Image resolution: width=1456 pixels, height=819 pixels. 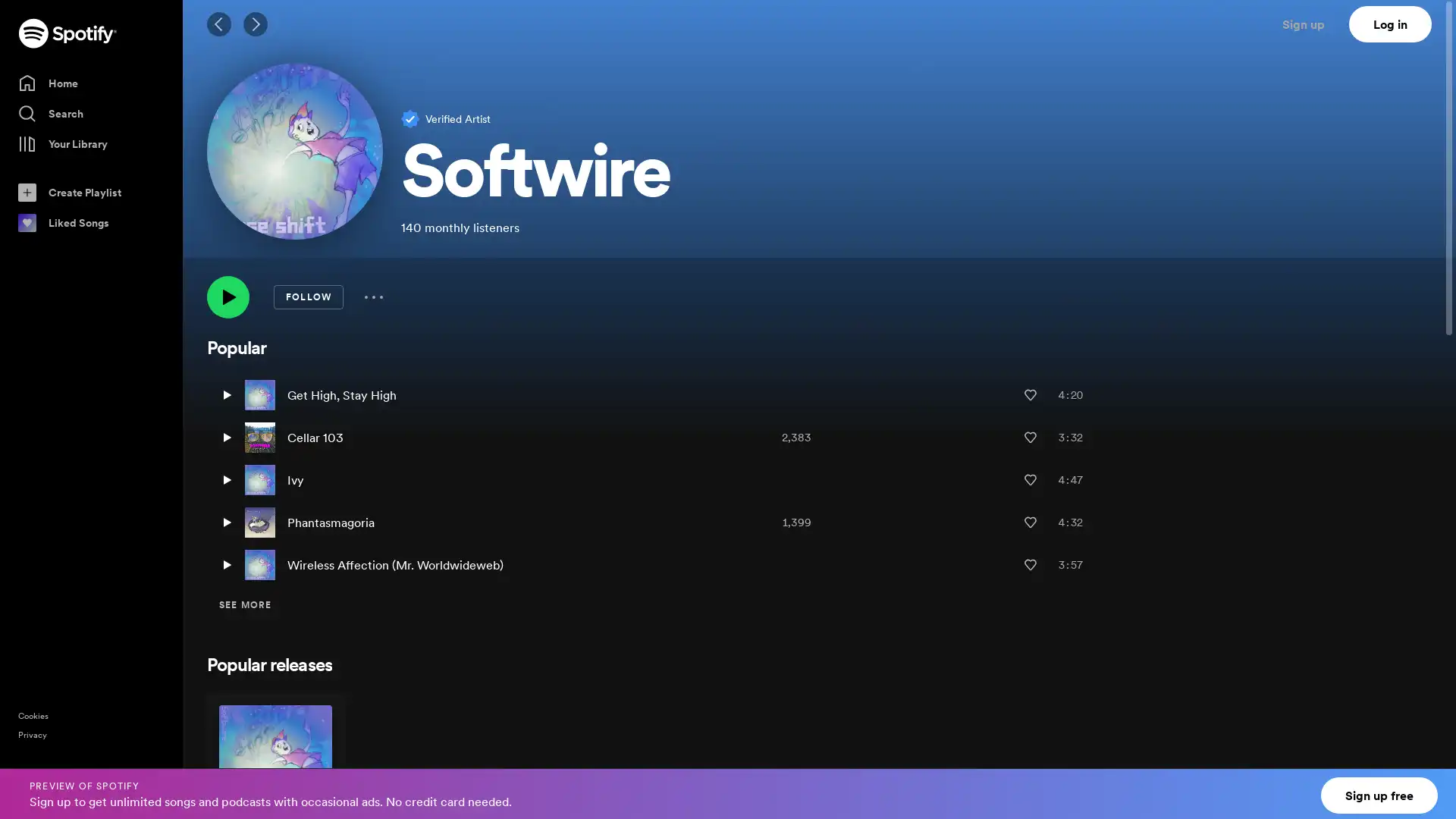 I want to click on Sign up, so click(x=1312, y=24).